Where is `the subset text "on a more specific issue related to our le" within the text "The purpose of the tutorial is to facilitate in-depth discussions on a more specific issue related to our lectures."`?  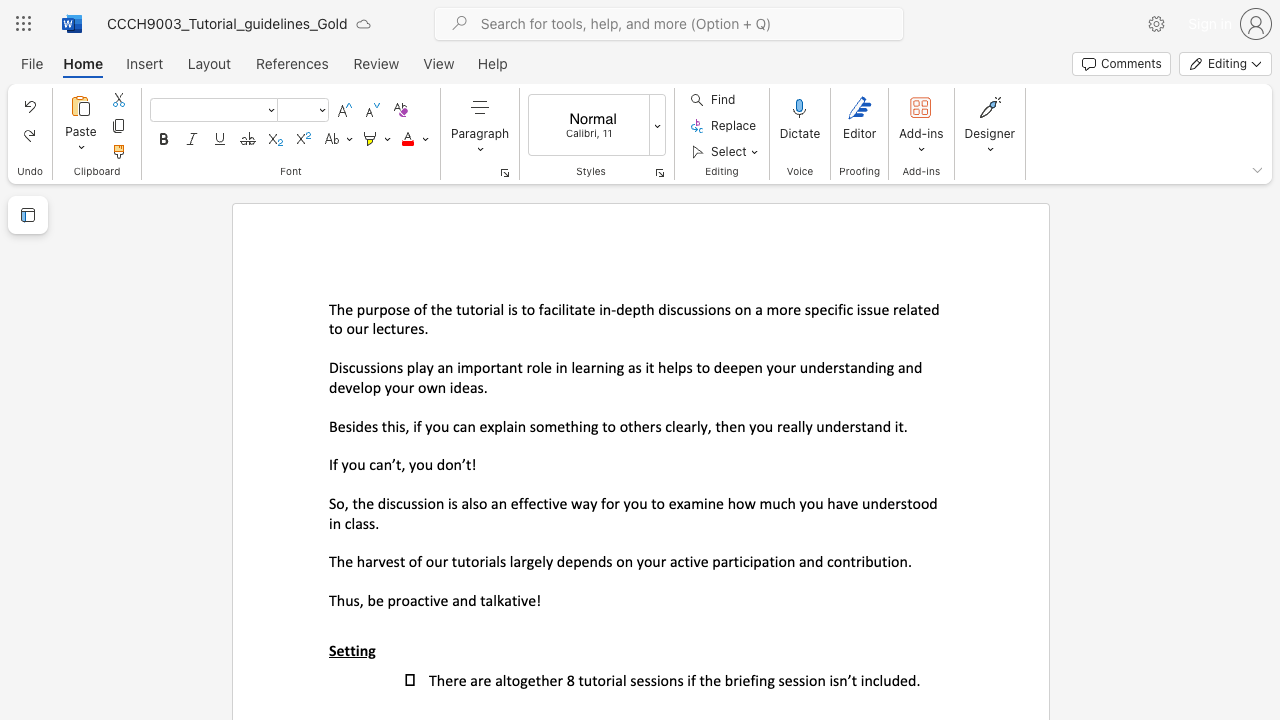
the subset text "on a more specific issue related to our le" within the text "The purpose of the tutorial is to facilitate in-depth discussions on a more specific issue related to our lectures." is located at coordinates (733, 309).